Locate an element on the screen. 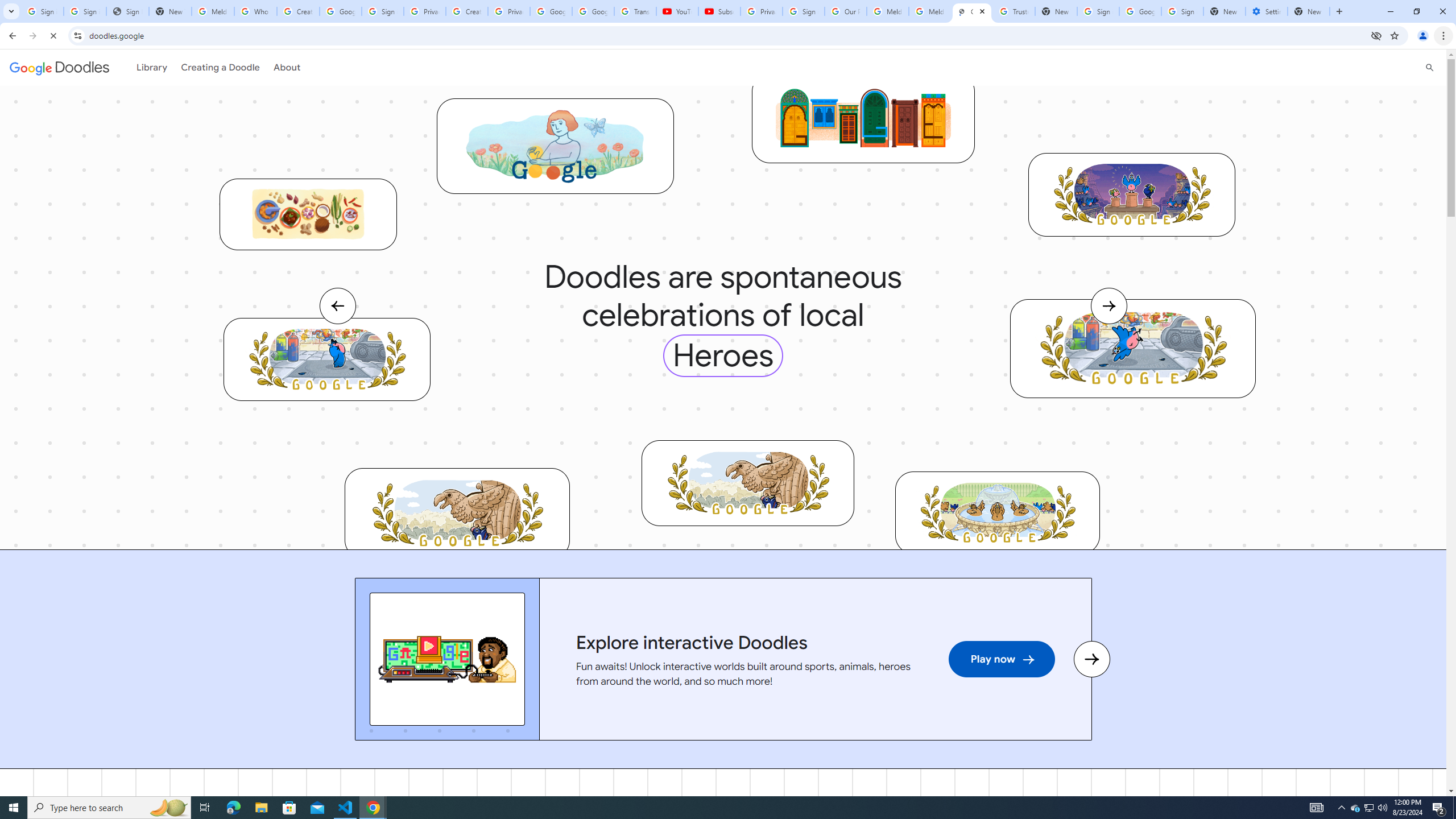  'Google Account' is located at coordinates (591, 11).